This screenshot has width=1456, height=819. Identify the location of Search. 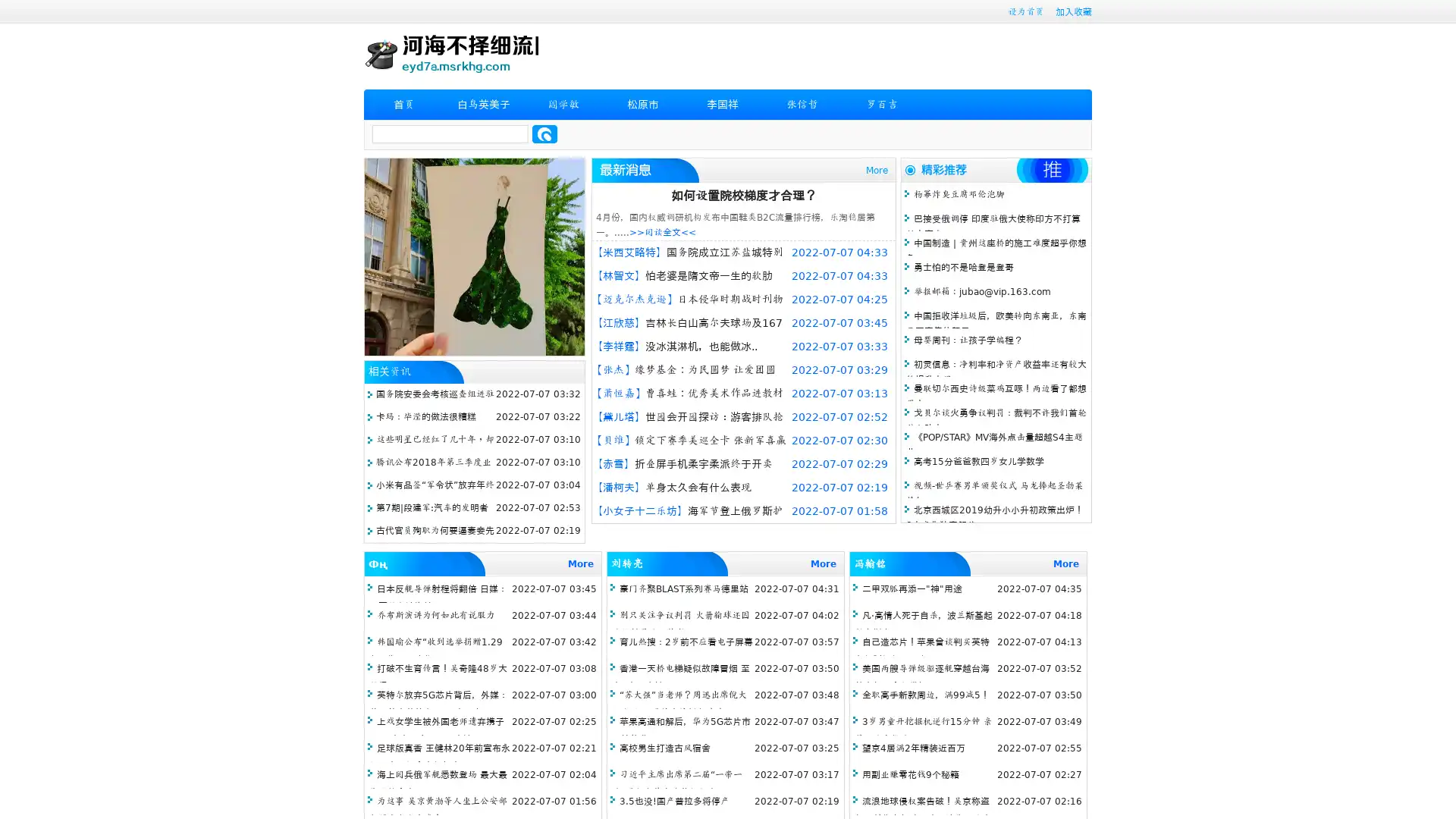
(544, 133).